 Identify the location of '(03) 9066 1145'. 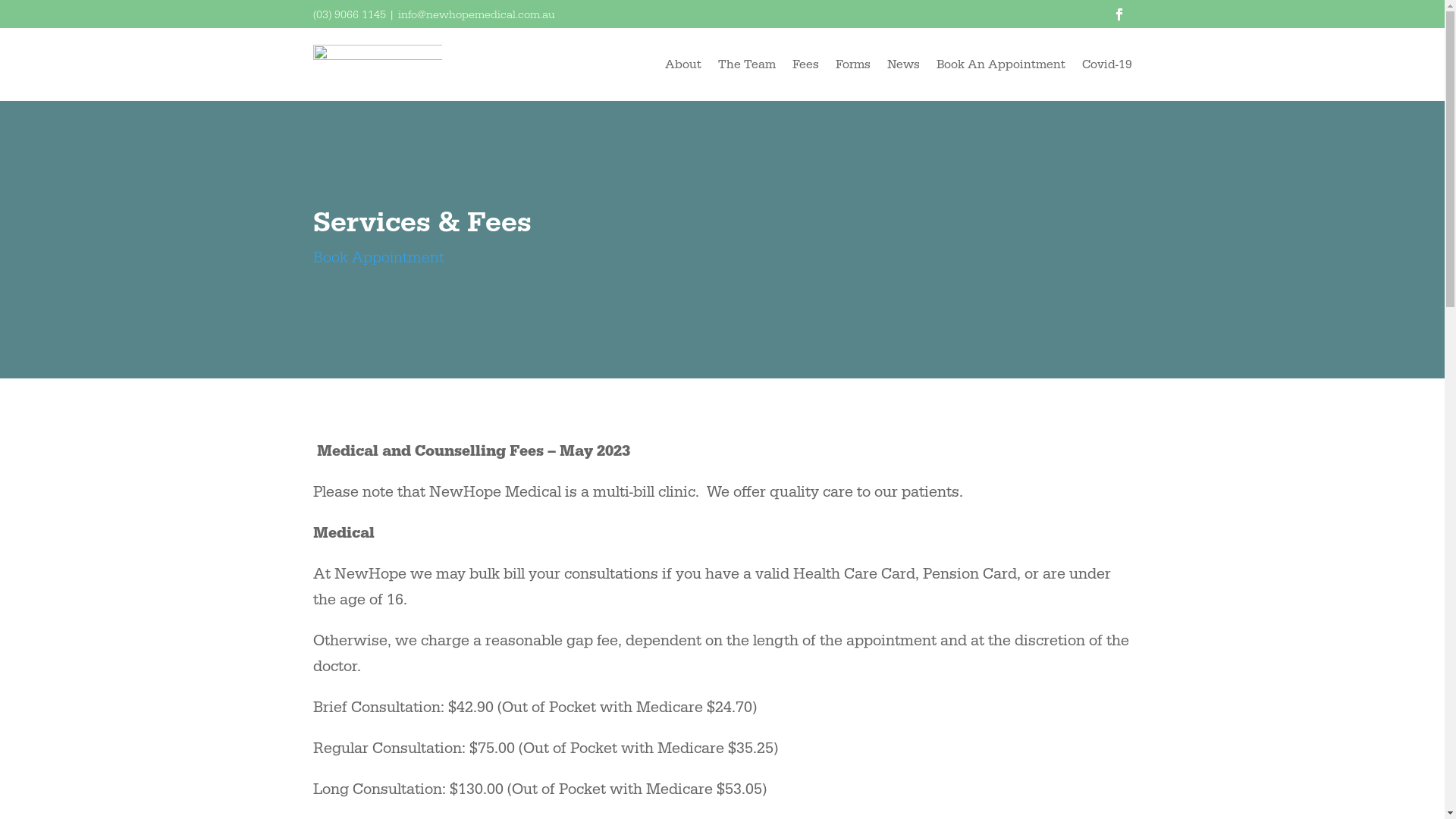
(348, 14).